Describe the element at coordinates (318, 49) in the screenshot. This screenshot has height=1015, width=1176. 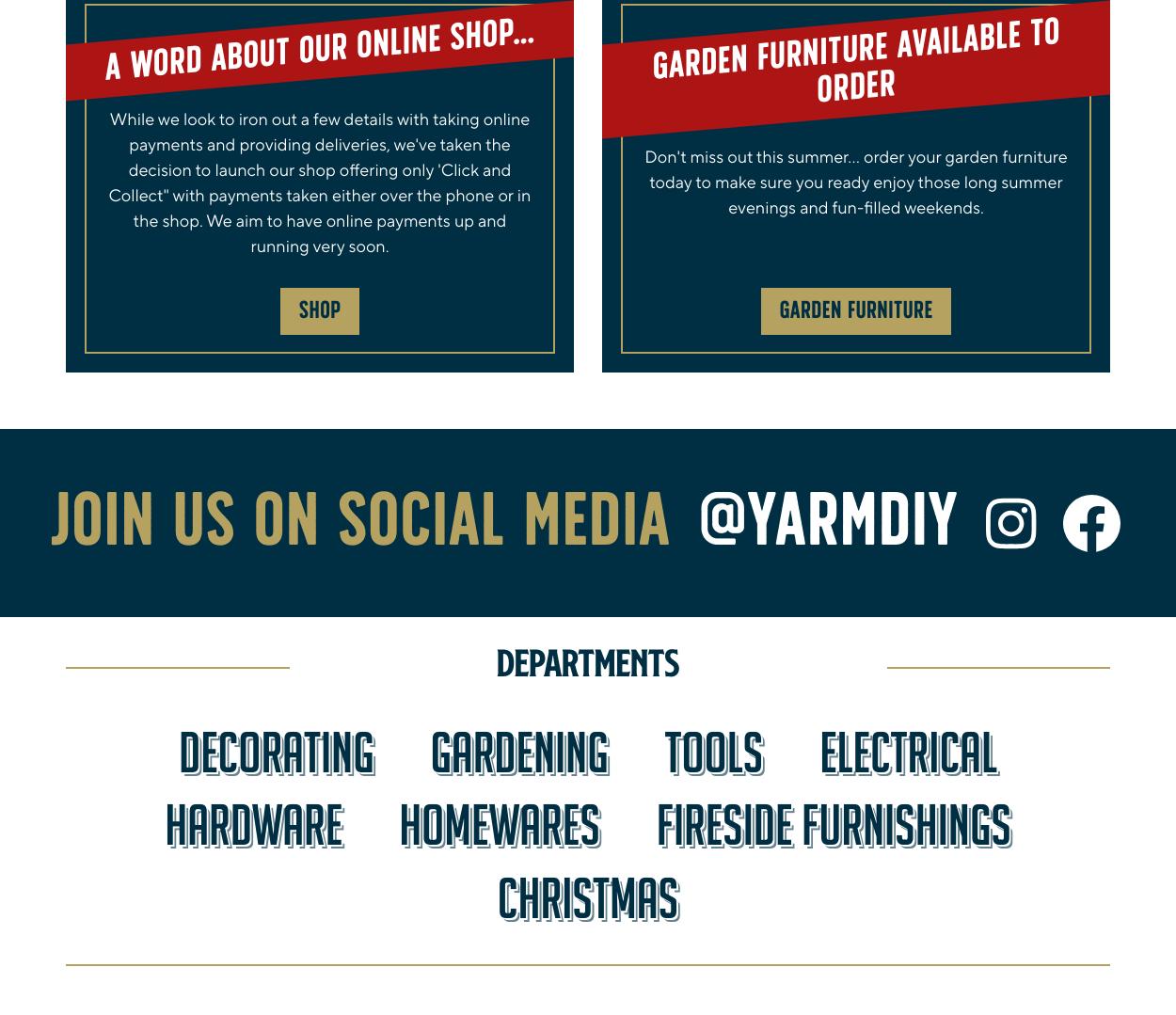
I see `'A word about our online shop...'` at that location.